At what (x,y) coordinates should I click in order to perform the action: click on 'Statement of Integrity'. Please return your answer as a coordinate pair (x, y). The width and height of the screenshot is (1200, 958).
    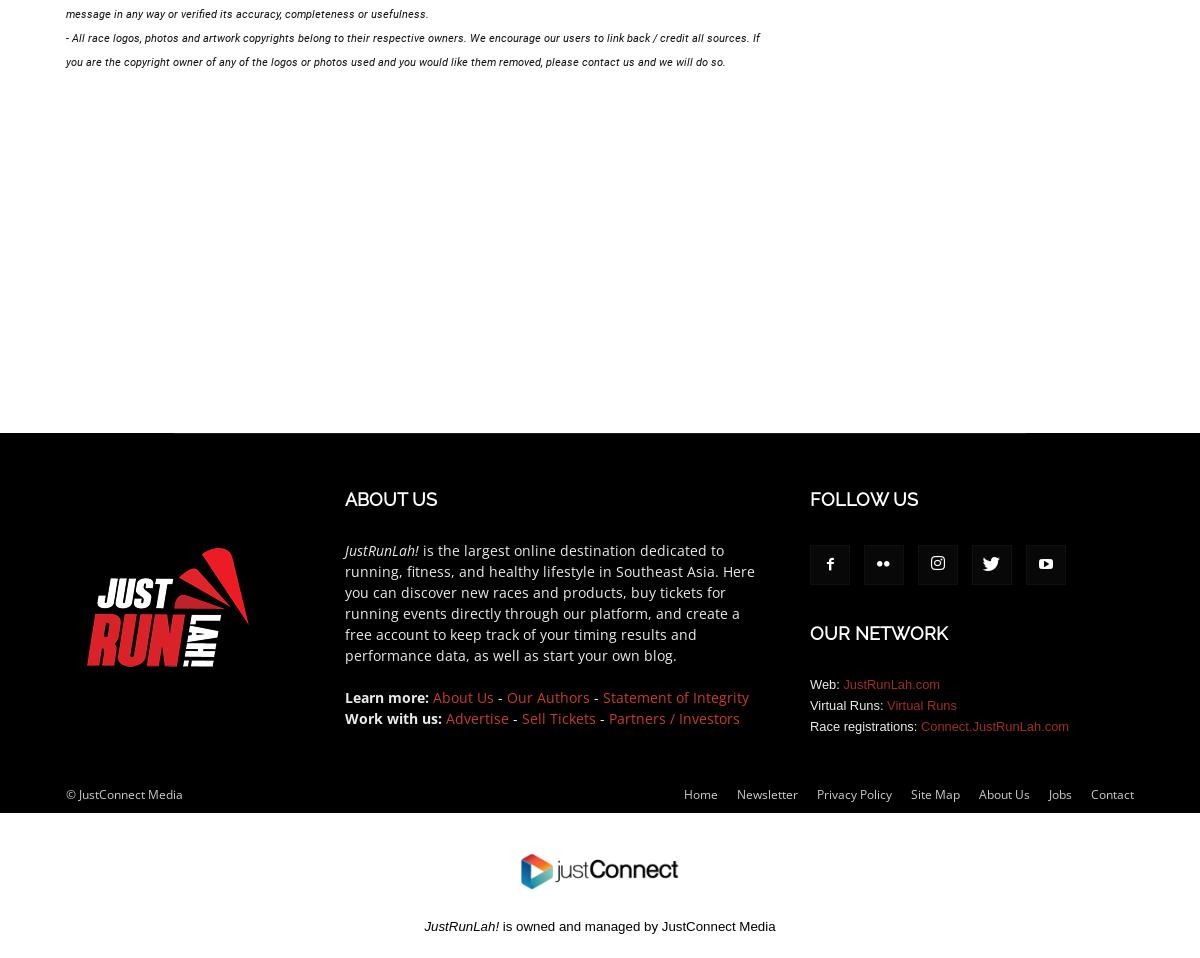
    Looking at the image, I should click on (675, 695).